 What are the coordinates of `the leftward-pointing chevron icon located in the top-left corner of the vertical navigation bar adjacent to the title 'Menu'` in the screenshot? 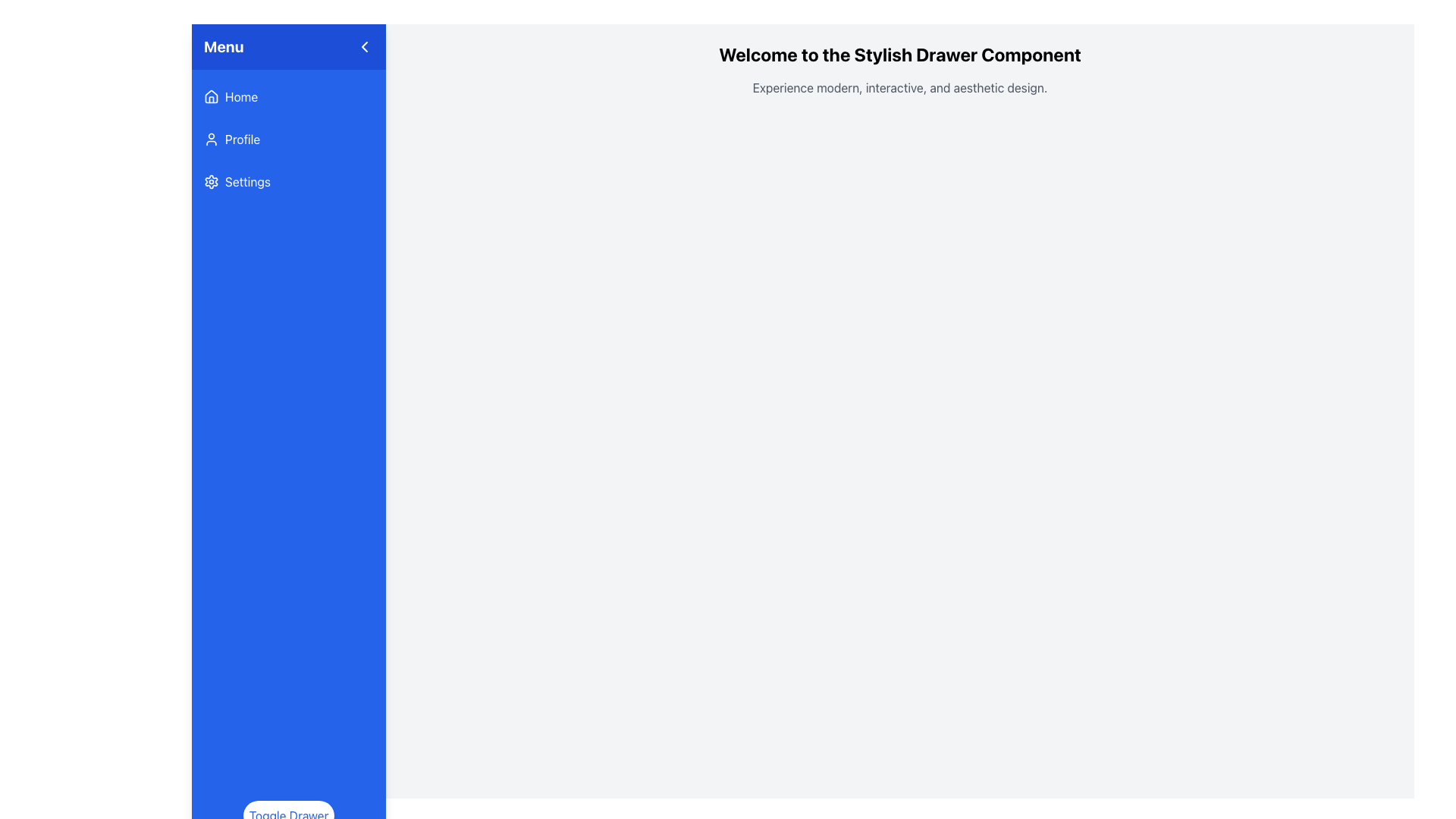 It's located at (364, 45).